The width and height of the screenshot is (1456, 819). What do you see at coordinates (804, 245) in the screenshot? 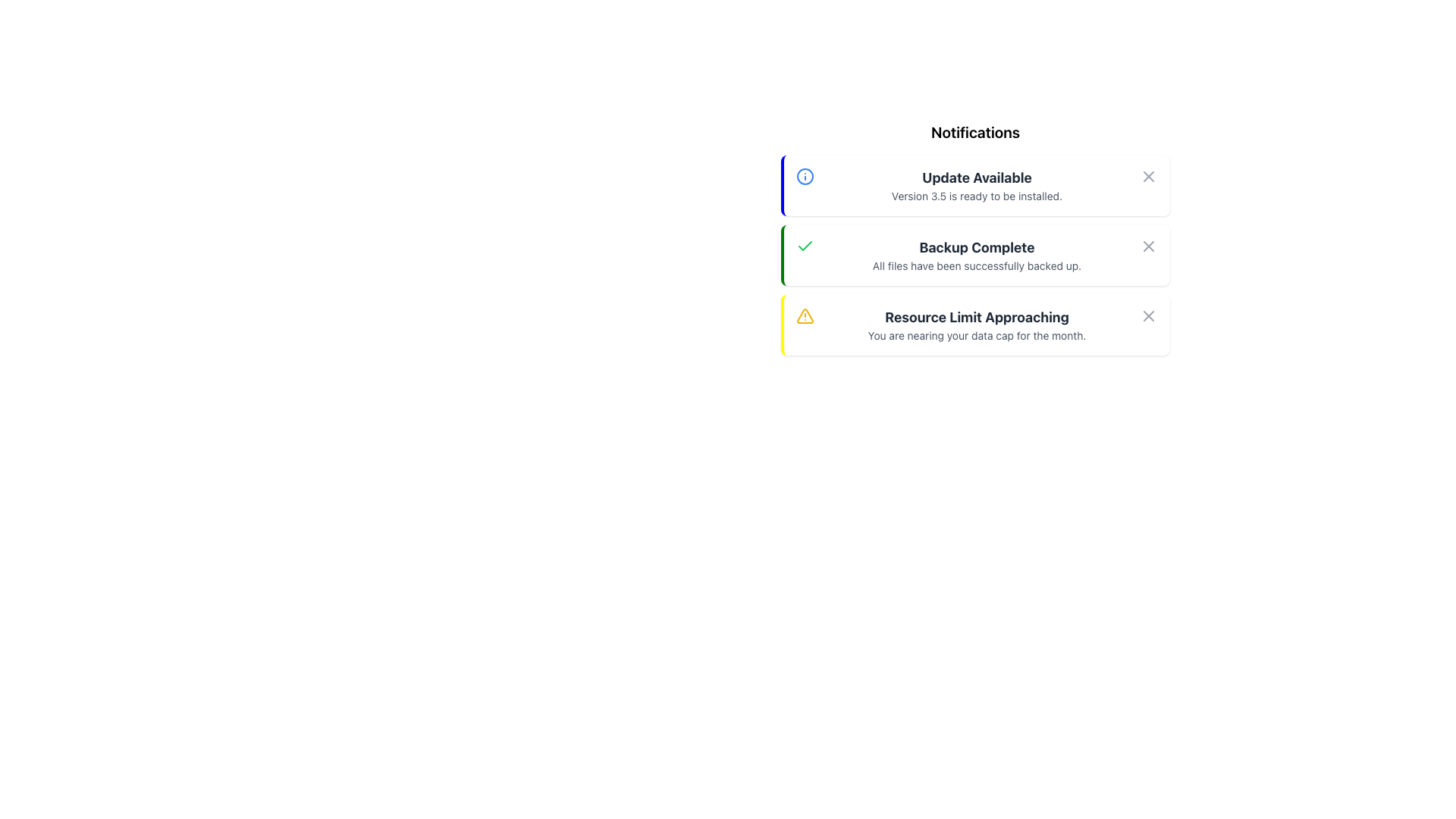
I see `the icon that signifies the successful completion of a task, specifically positioned to the left of the 'Backup Complete' text` at bounding box center [804, 245].